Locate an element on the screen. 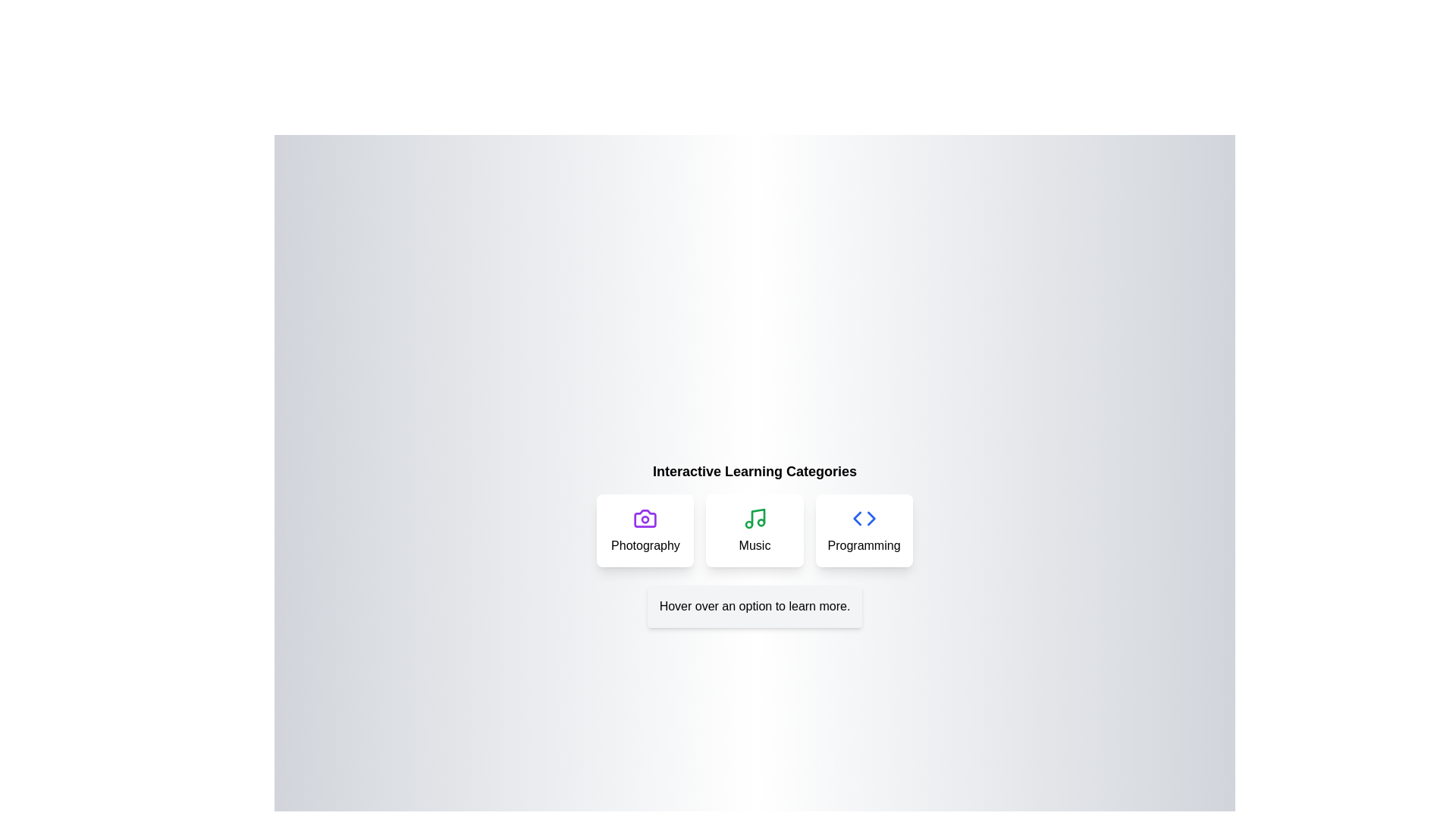 This screenshot has height=819, width=1456. text label 'Photography' located in the first card of three horizontally arranged cards, directly below a purple camera icon is located at coordinates (645, 546).